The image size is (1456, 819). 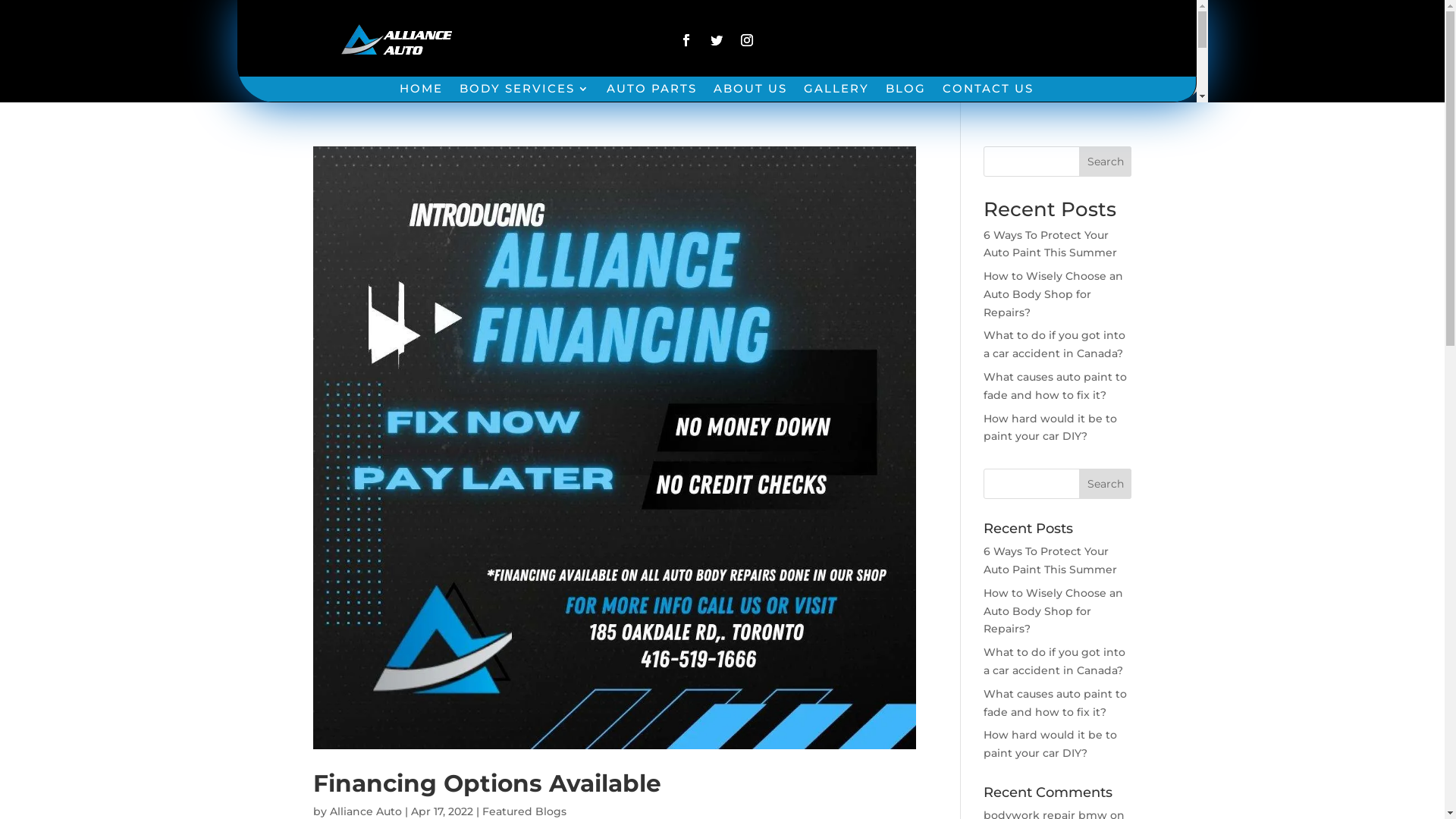 What do you see at coordinates (746, 39) in the screenshot?
I see `'Follow on Instagram'` at bounding box center [746, 39].